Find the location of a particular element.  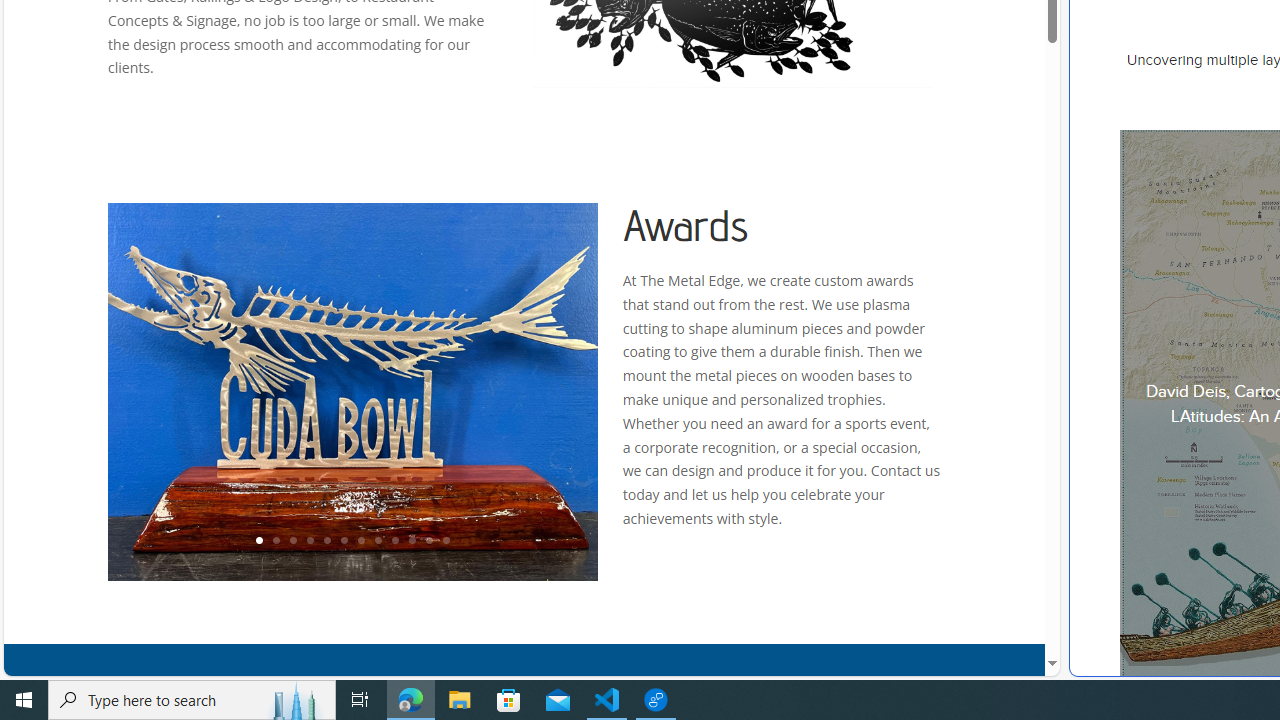

'10' is located at coordinates (411, 541).